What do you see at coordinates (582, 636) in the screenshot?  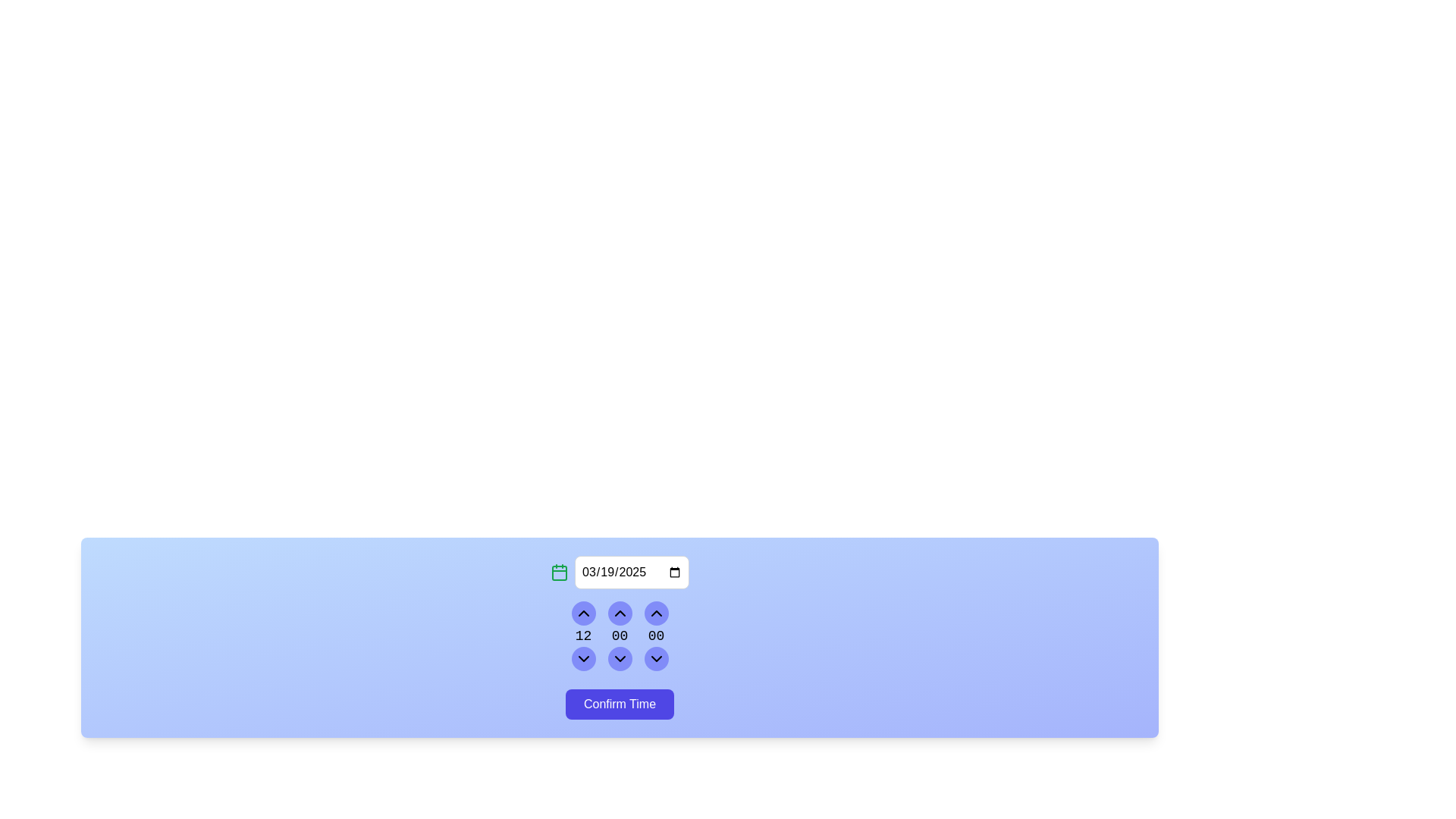 I see `the text label displaying '12' in a monospaced font style, which is positioned centrally below the up and down buttons in a clock or counter interface` at bounding box center [582, 636].